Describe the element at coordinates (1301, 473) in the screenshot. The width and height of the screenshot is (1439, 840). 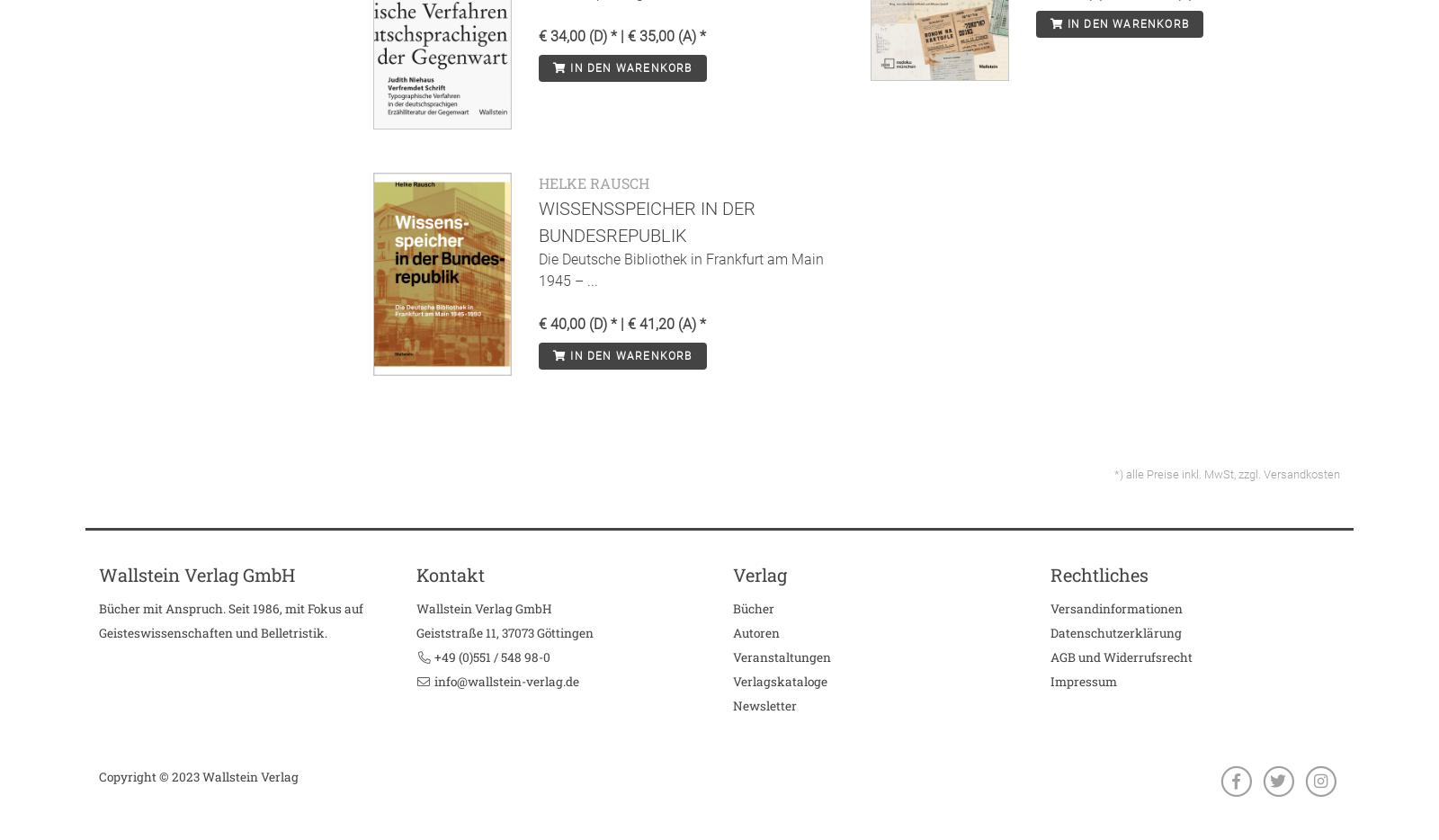
I see `'Versandkosten'` at that location.